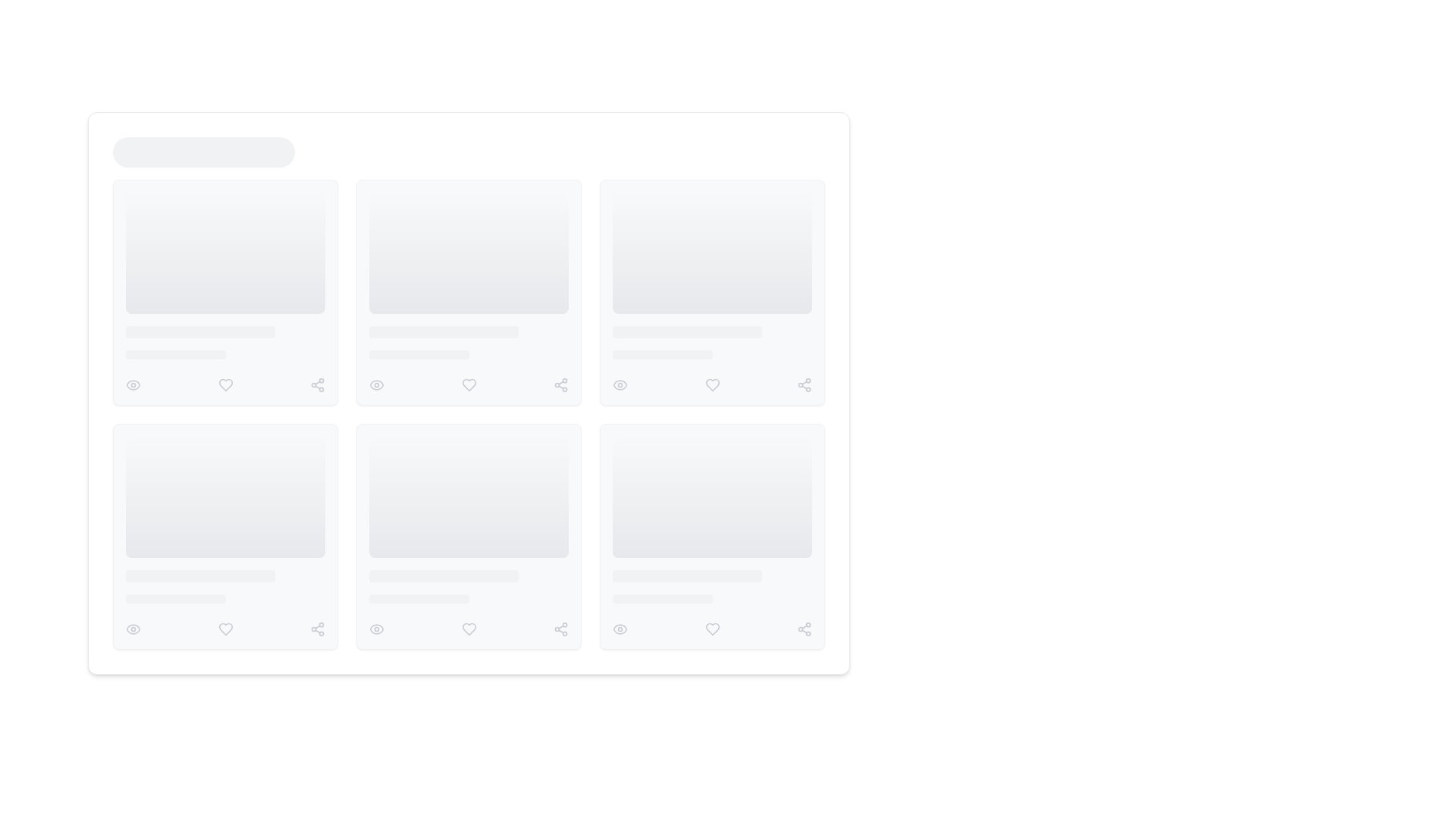 The height and width of the screenshot is (819, 1456). What do you see at coordinates (316, 629) in the screenshot?
I see `the 'share' icon, which is the rightmost button in the bottom row of a grid layout` at bounding box center [316, 629].